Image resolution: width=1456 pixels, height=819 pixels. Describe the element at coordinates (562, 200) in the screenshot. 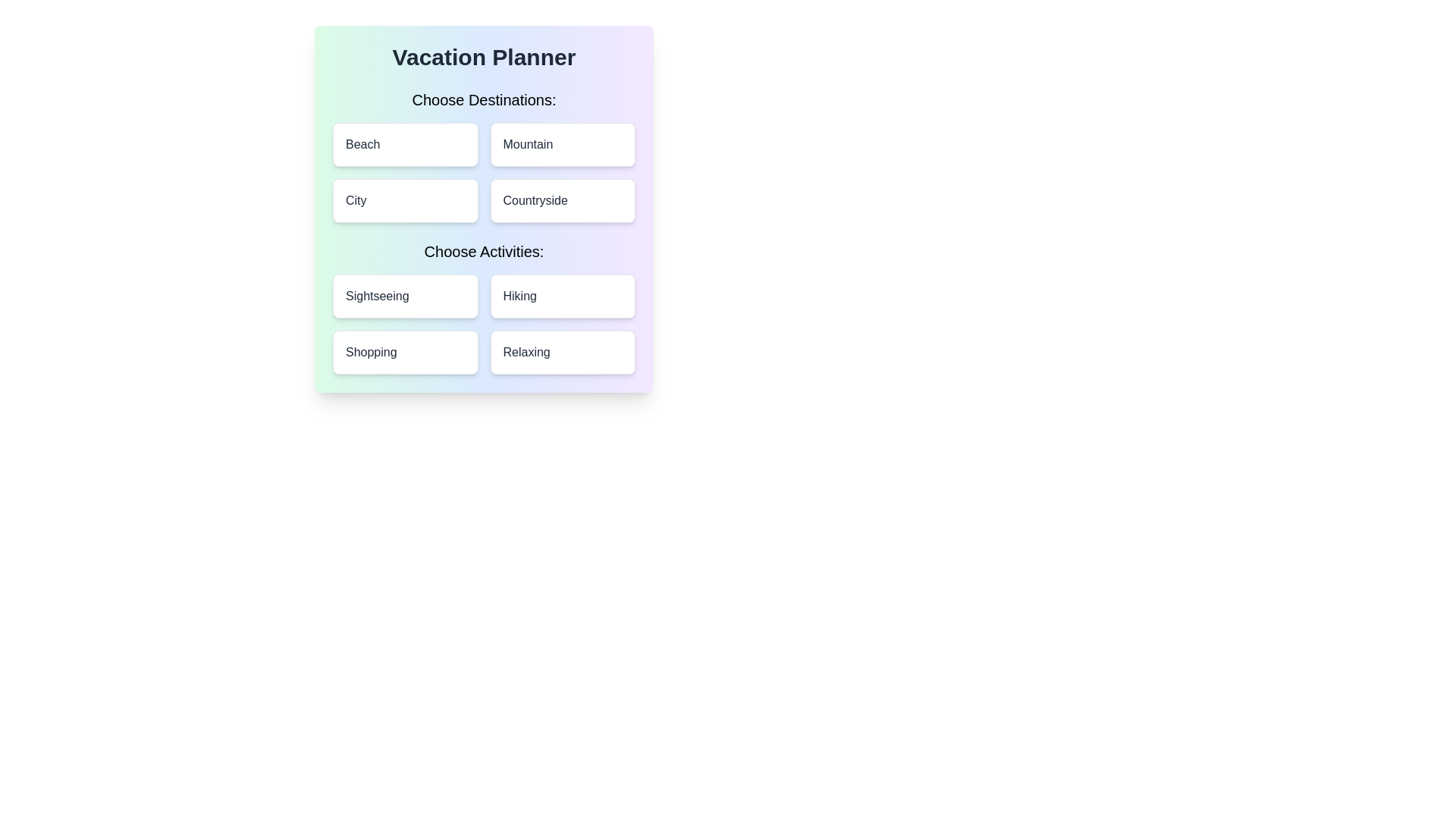

I see `the 'Countryside' button located in the bottom-right of the 'Choose Destinations' grid` at that location.